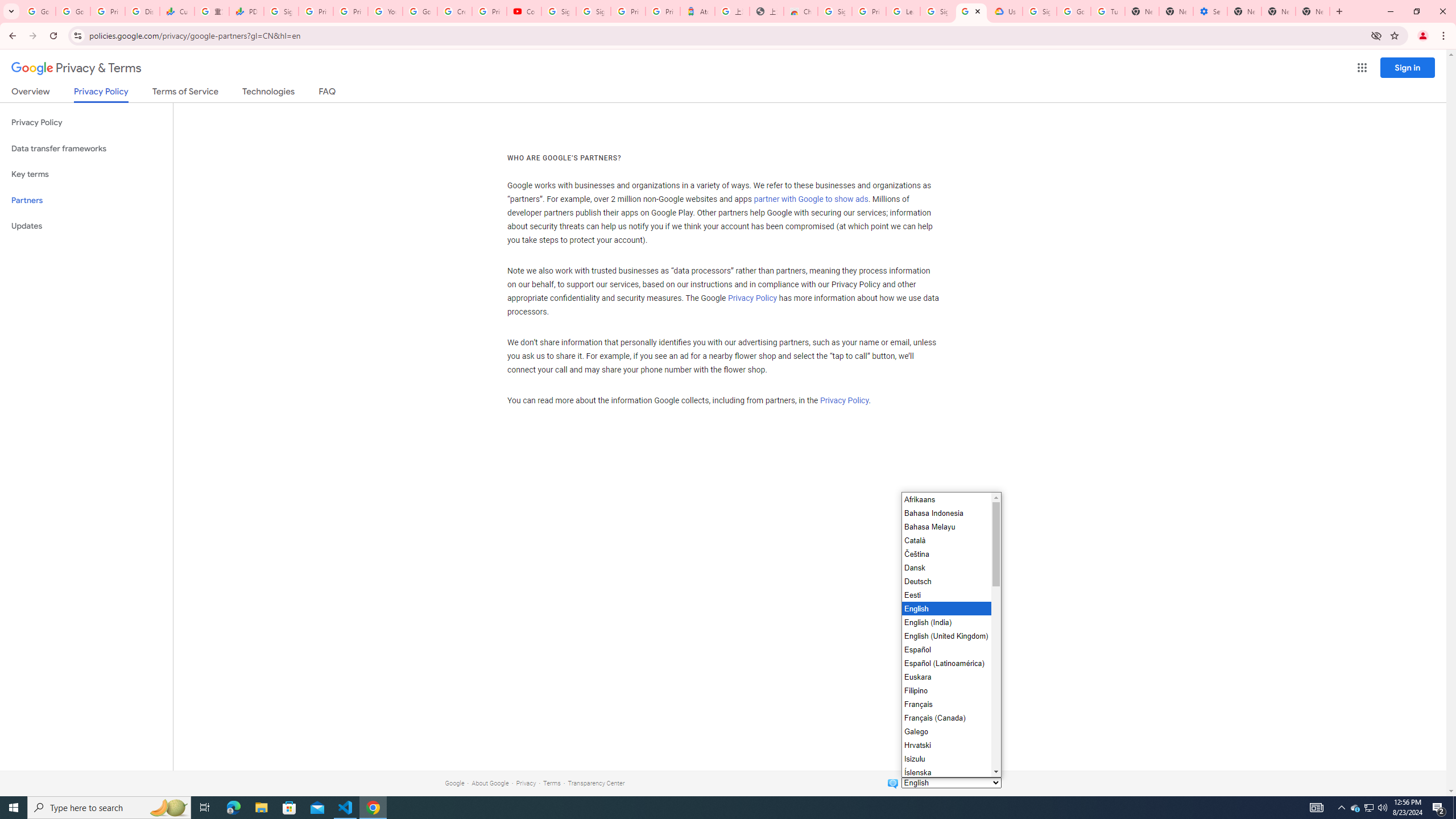 This screenshot has width=1456, height=819. I want to click on 'Bahasa Melayu', so click(945, 526).